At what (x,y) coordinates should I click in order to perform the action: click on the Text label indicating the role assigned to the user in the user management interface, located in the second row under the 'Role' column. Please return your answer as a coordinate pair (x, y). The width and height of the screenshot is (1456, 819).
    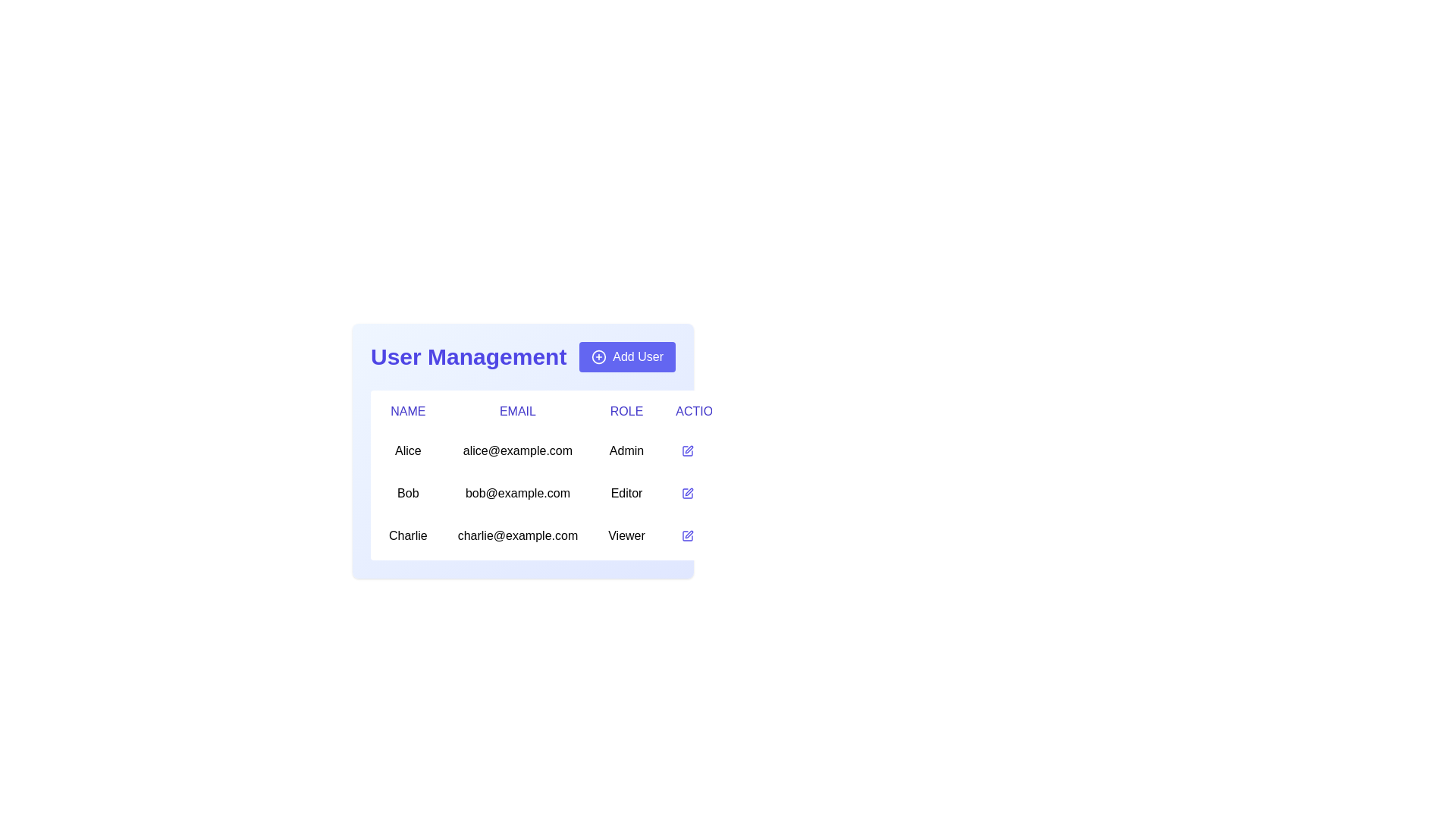
    Looking at the image, I should click on (626, 494).